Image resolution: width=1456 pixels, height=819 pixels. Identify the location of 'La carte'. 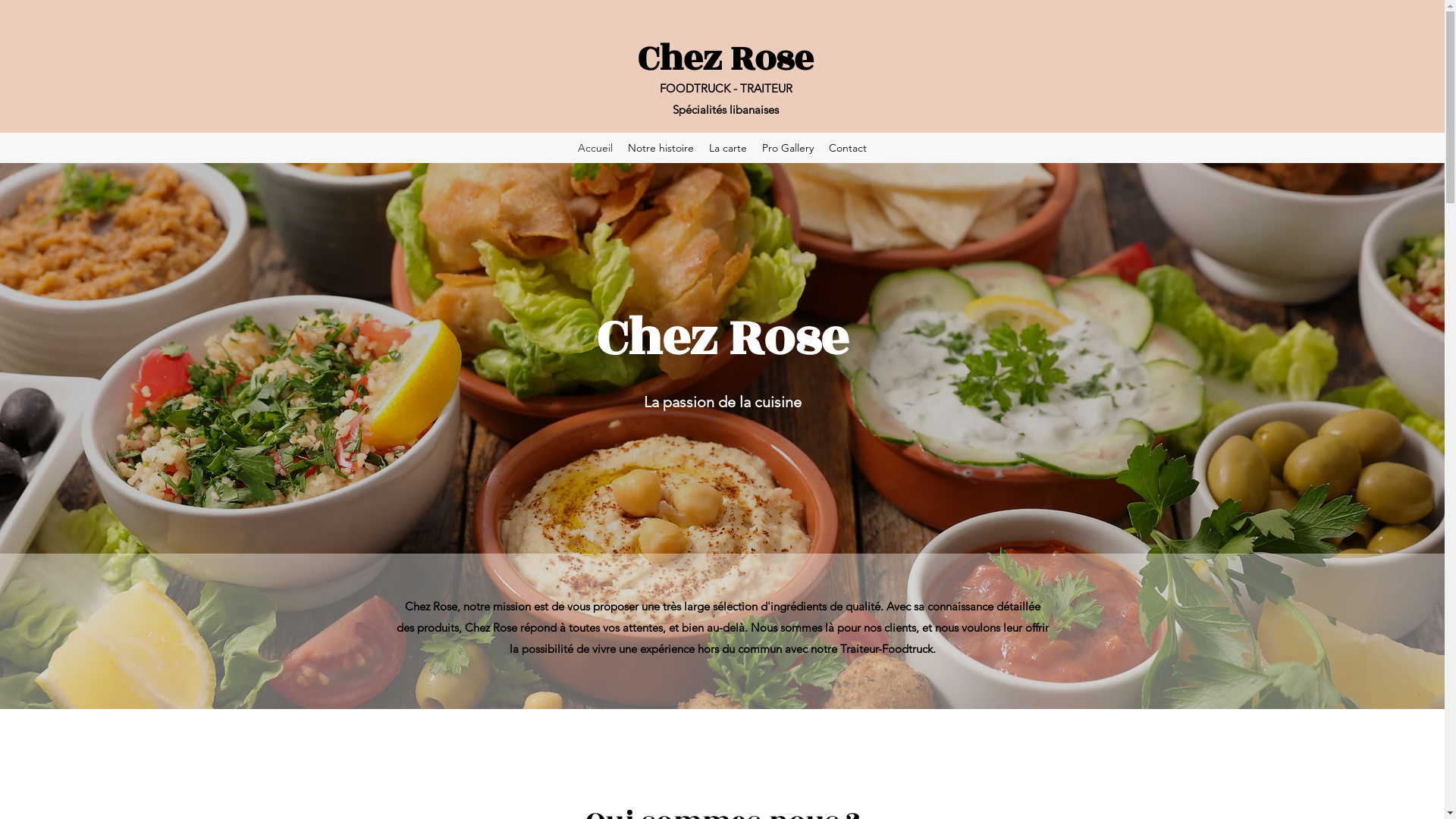
(728, 148).